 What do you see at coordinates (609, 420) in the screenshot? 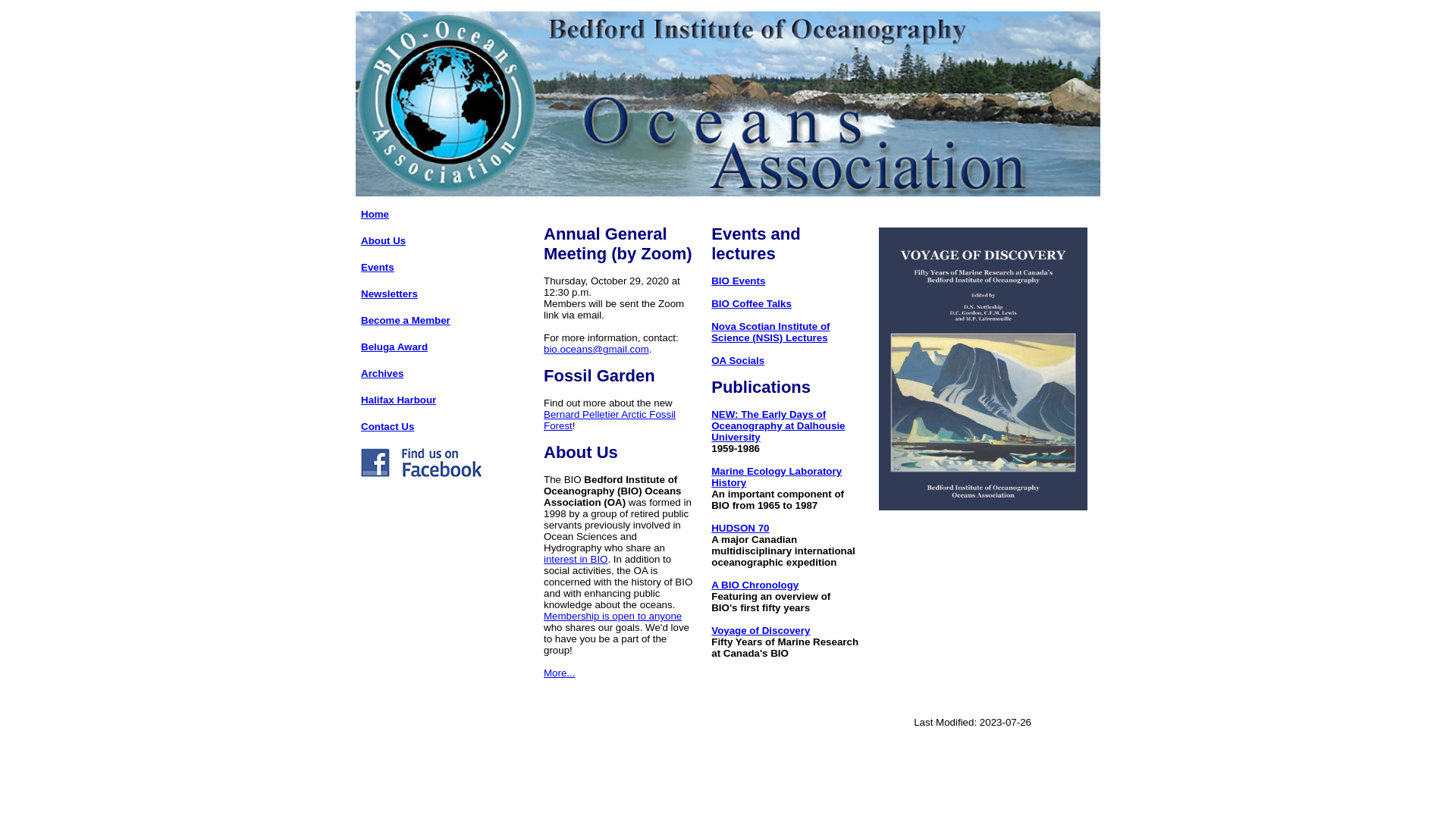
I see `'Bernard Pelletier Arctic Fossil Forest'` at bounding box center [609, 420].